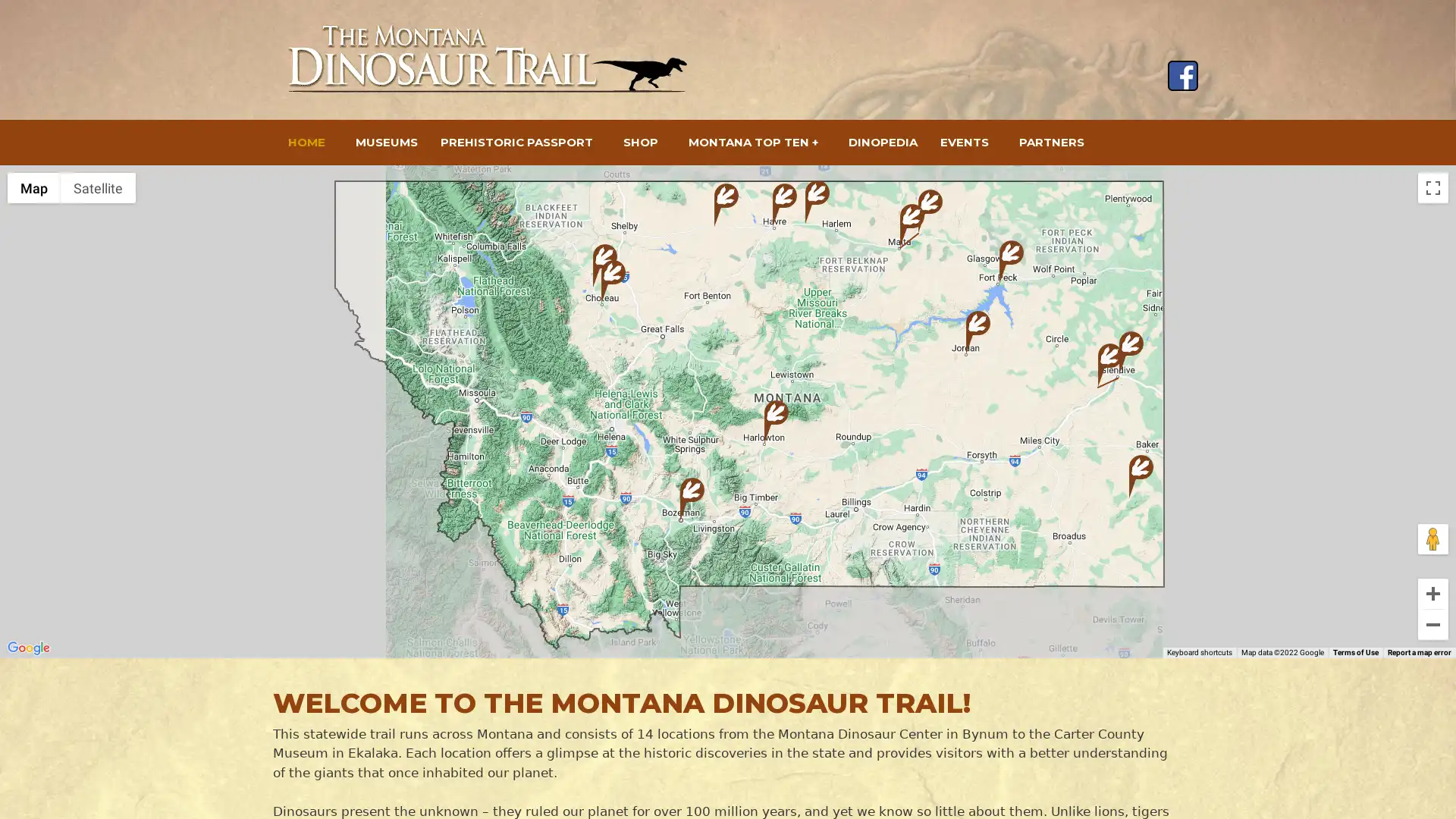 This screenshot has height=819, width=1456. I want to click on Great Plains Dinosaur Museum, so click(912, 225).